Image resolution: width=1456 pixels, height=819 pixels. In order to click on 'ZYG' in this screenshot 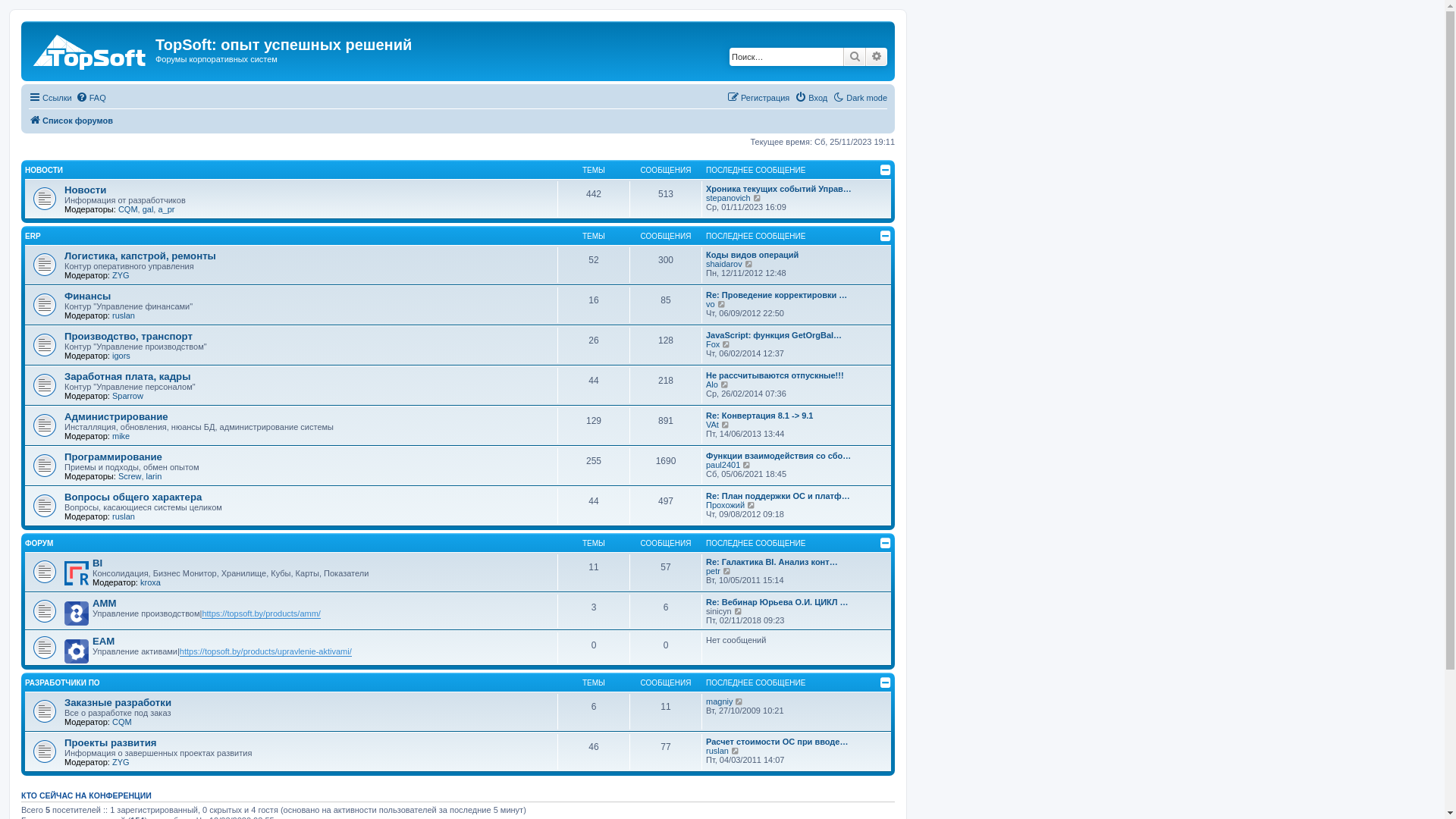, I will do `click(111, 275)`.